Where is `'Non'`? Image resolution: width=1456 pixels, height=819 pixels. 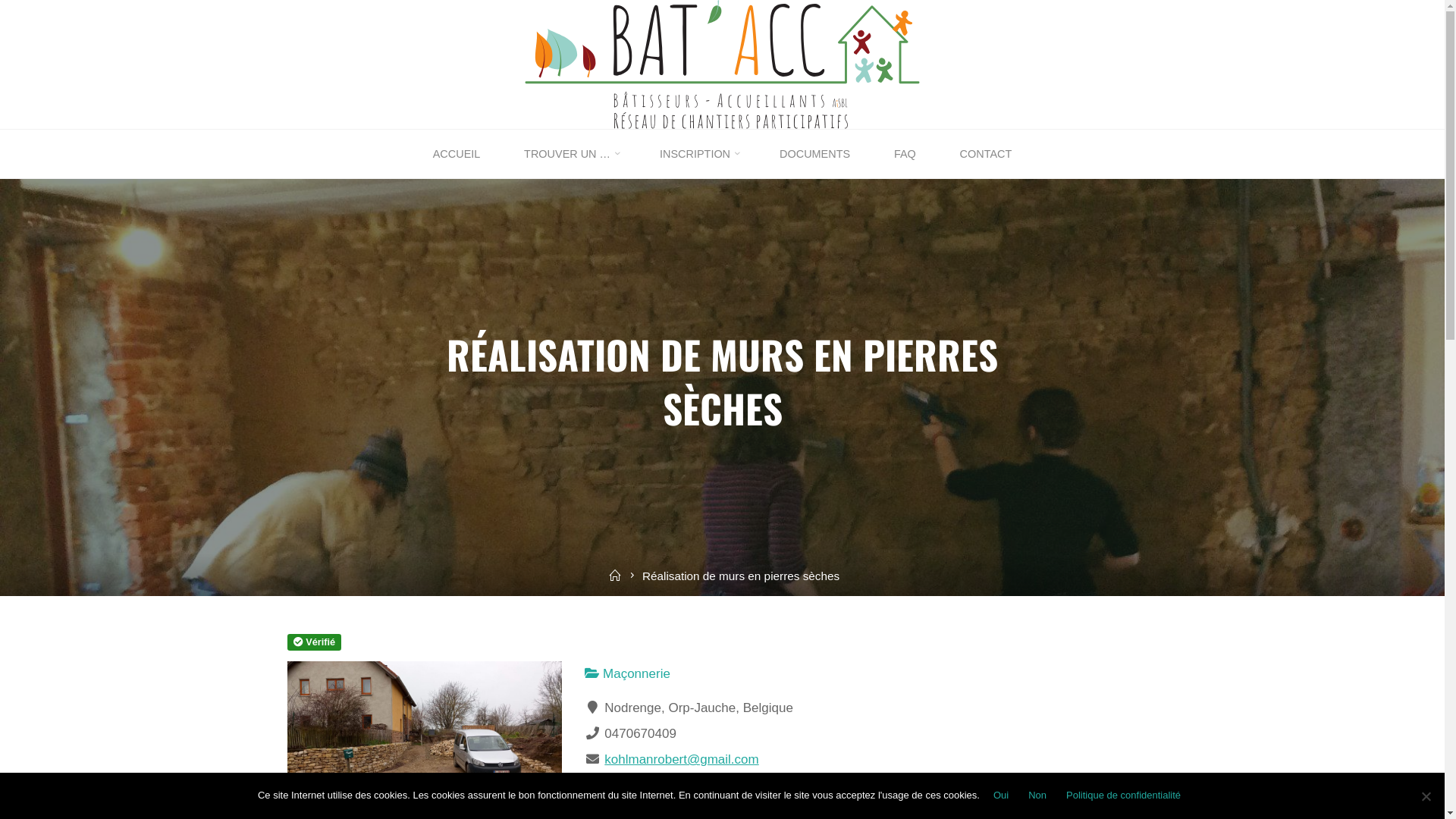
'Non' is located at coordinates (1022, 795).